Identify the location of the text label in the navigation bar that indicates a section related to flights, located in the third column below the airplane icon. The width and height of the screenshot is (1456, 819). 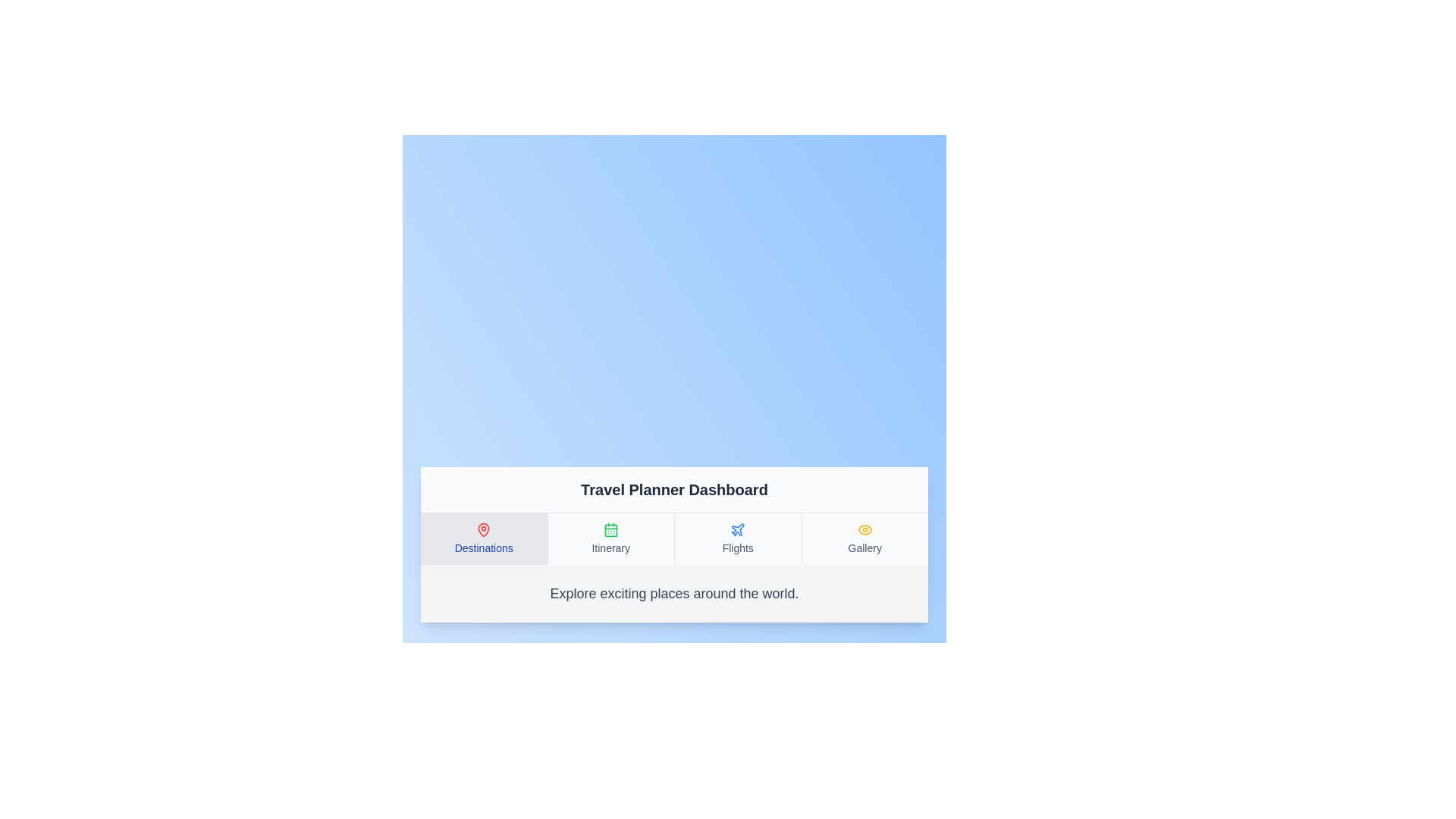
(738, 548).